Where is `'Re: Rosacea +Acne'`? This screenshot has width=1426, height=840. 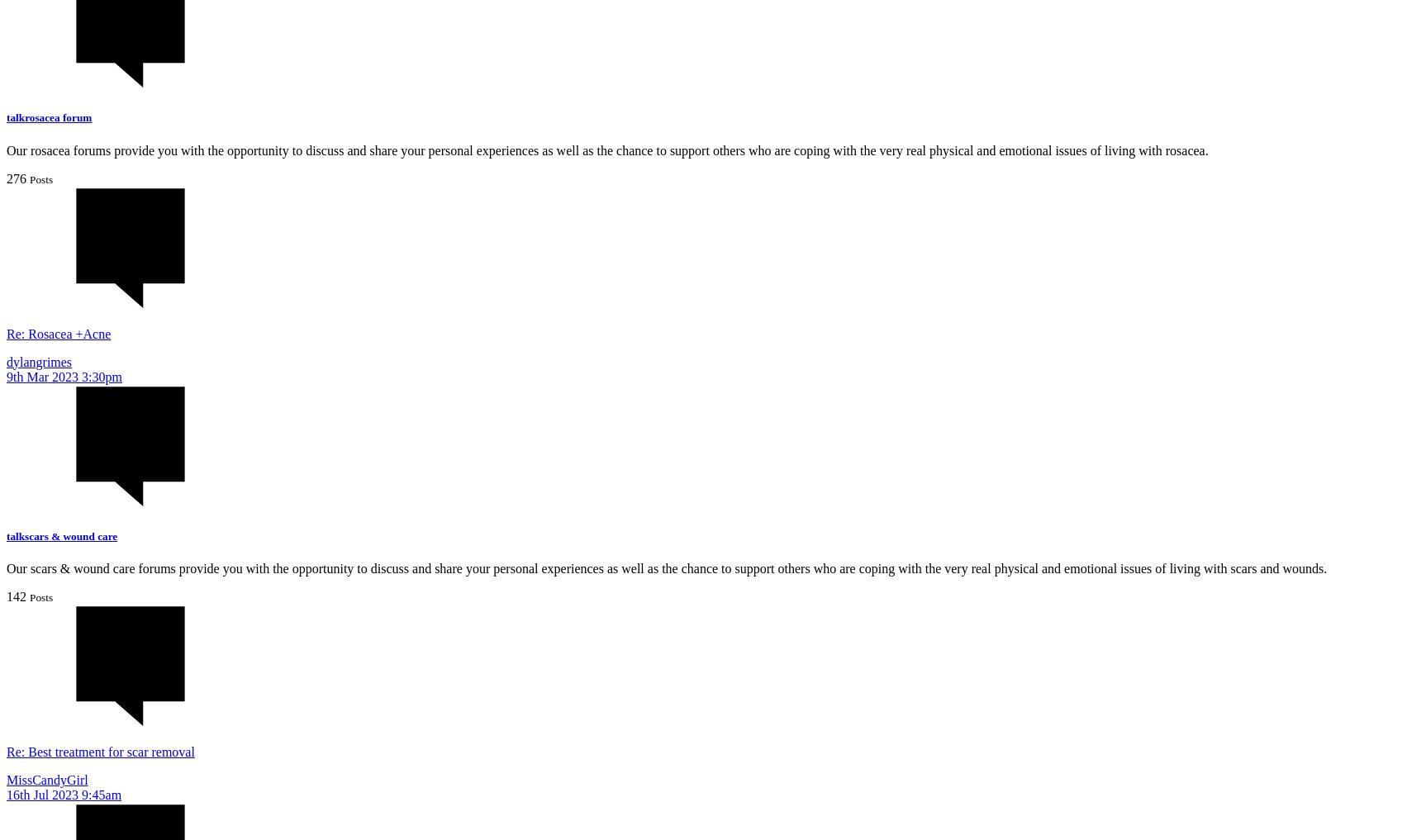 'Re: Rosacea +Acne' is located at coordinates (58, 333).